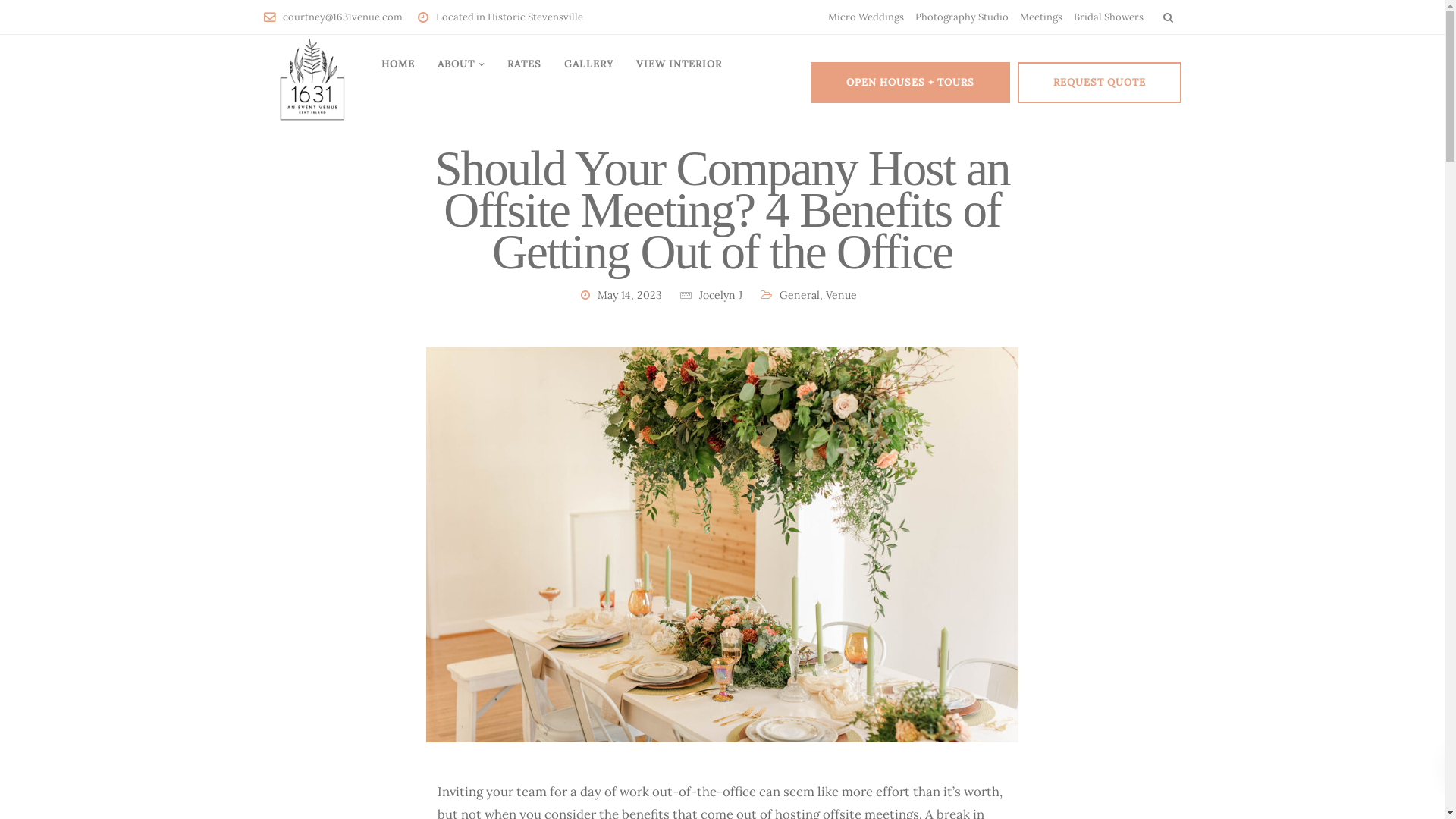 This screenshot has height=819, width=1456. I want to click on 'Rates', so click(507, 359).